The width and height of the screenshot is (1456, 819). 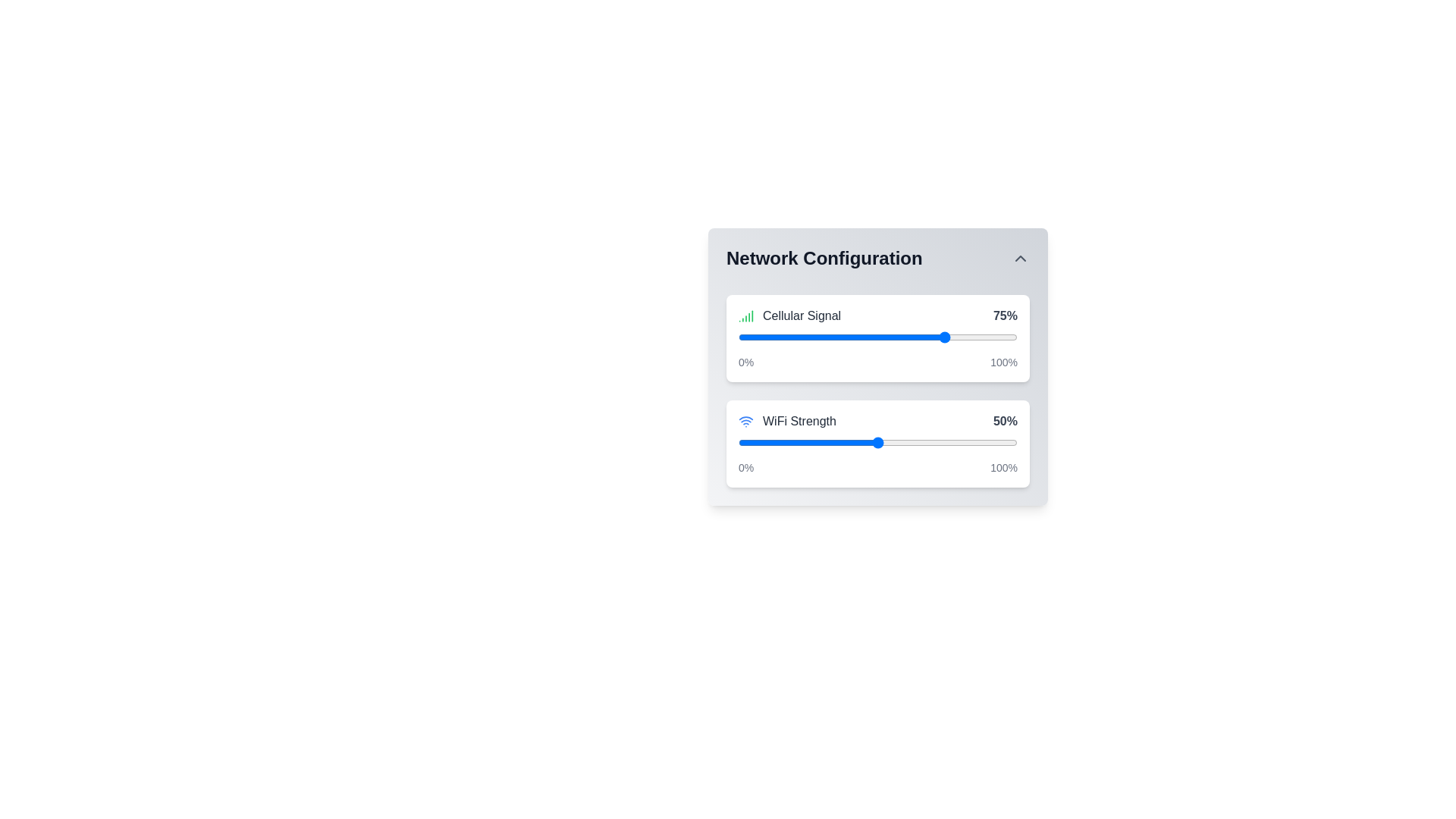 What do you see at coordinates (850, 336) in the screenshot?
I see `the cellular signal strength` at bounding box center [850, 336].